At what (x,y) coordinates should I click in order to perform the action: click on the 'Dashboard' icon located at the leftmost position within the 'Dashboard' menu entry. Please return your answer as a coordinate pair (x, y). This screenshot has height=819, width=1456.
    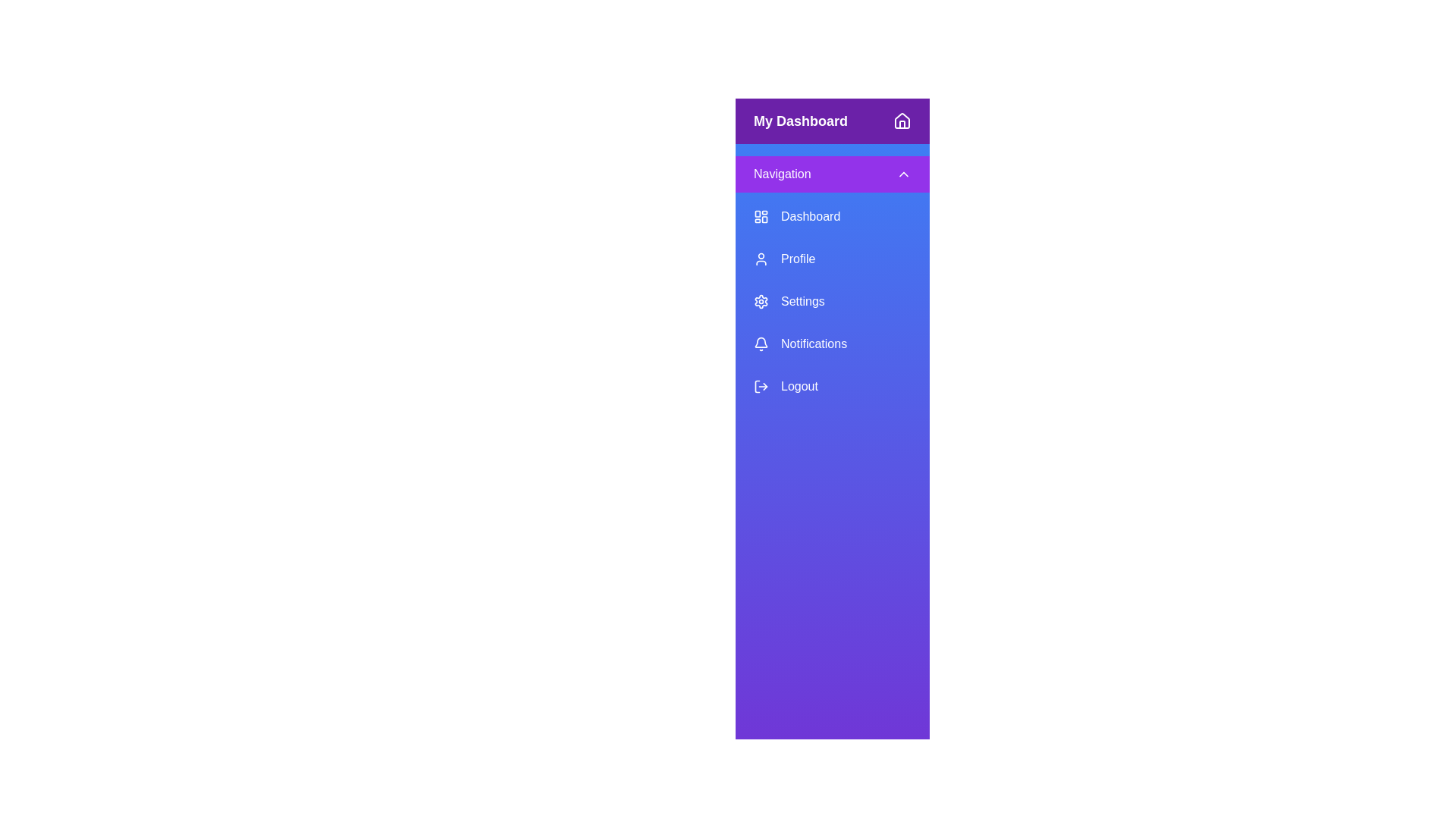
    Looking at the image, I should click on (761, 216).